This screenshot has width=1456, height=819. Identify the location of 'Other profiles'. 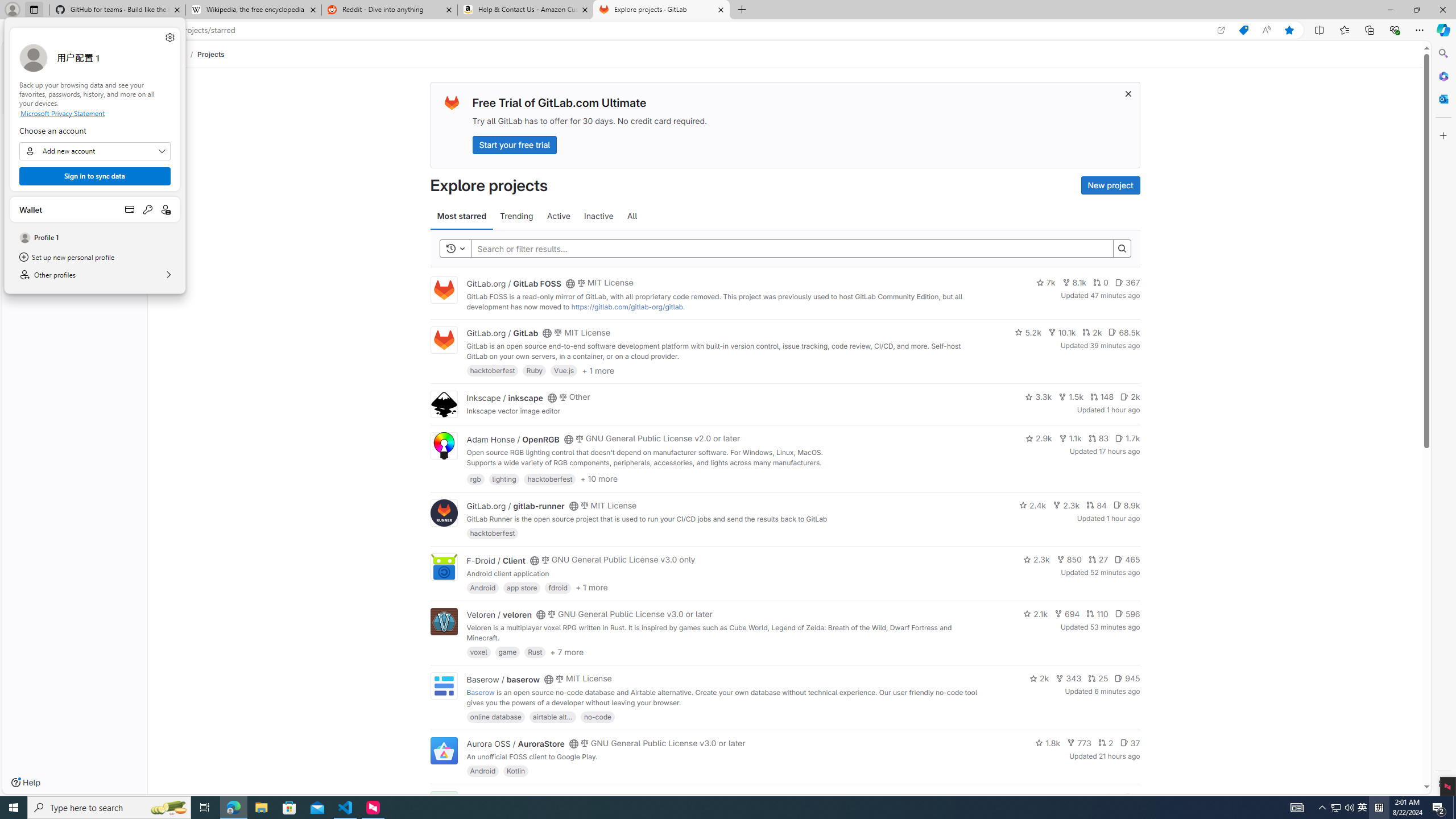
(94, 274).